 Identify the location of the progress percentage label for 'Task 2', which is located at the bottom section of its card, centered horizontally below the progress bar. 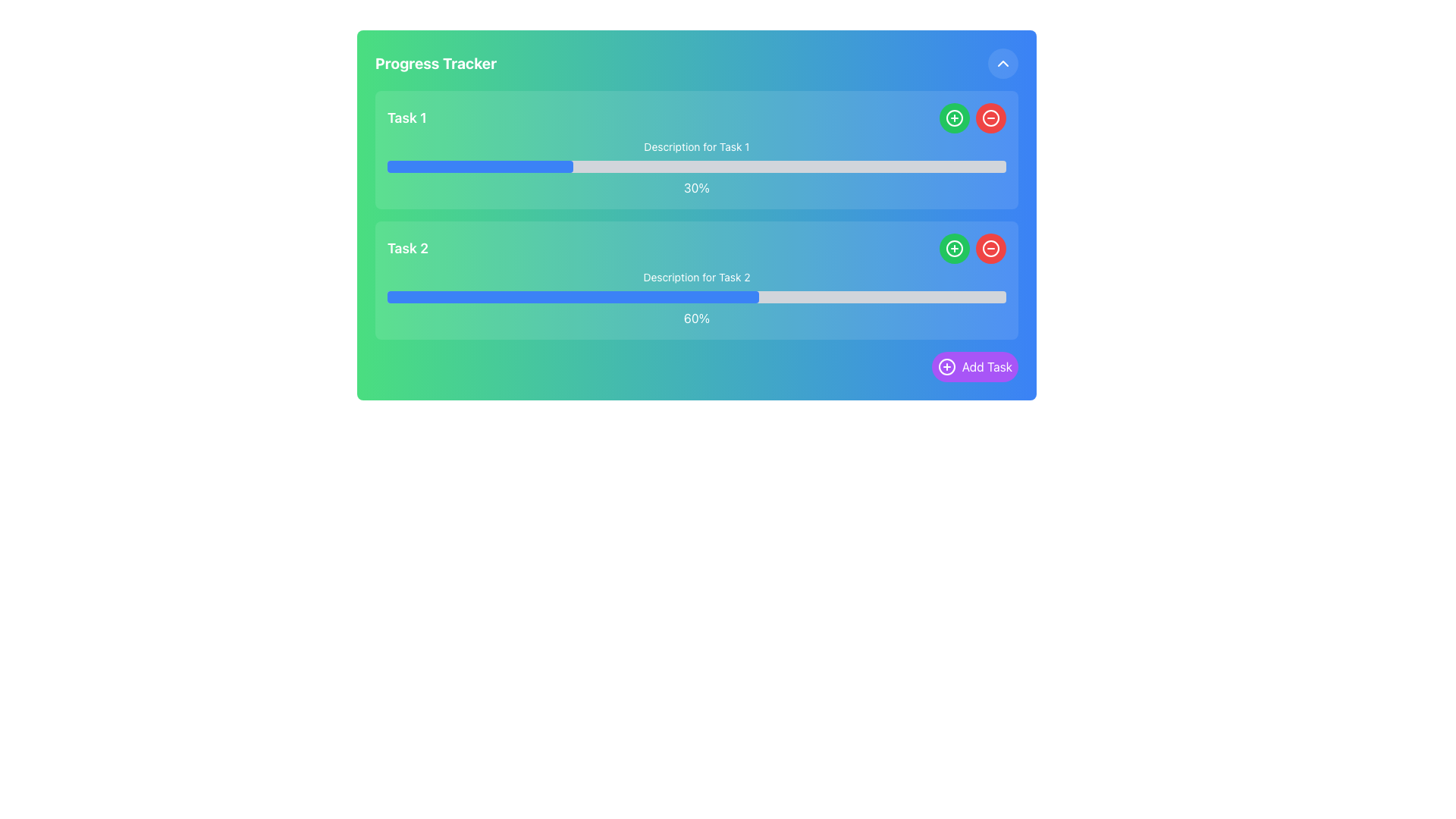
(695, 318).